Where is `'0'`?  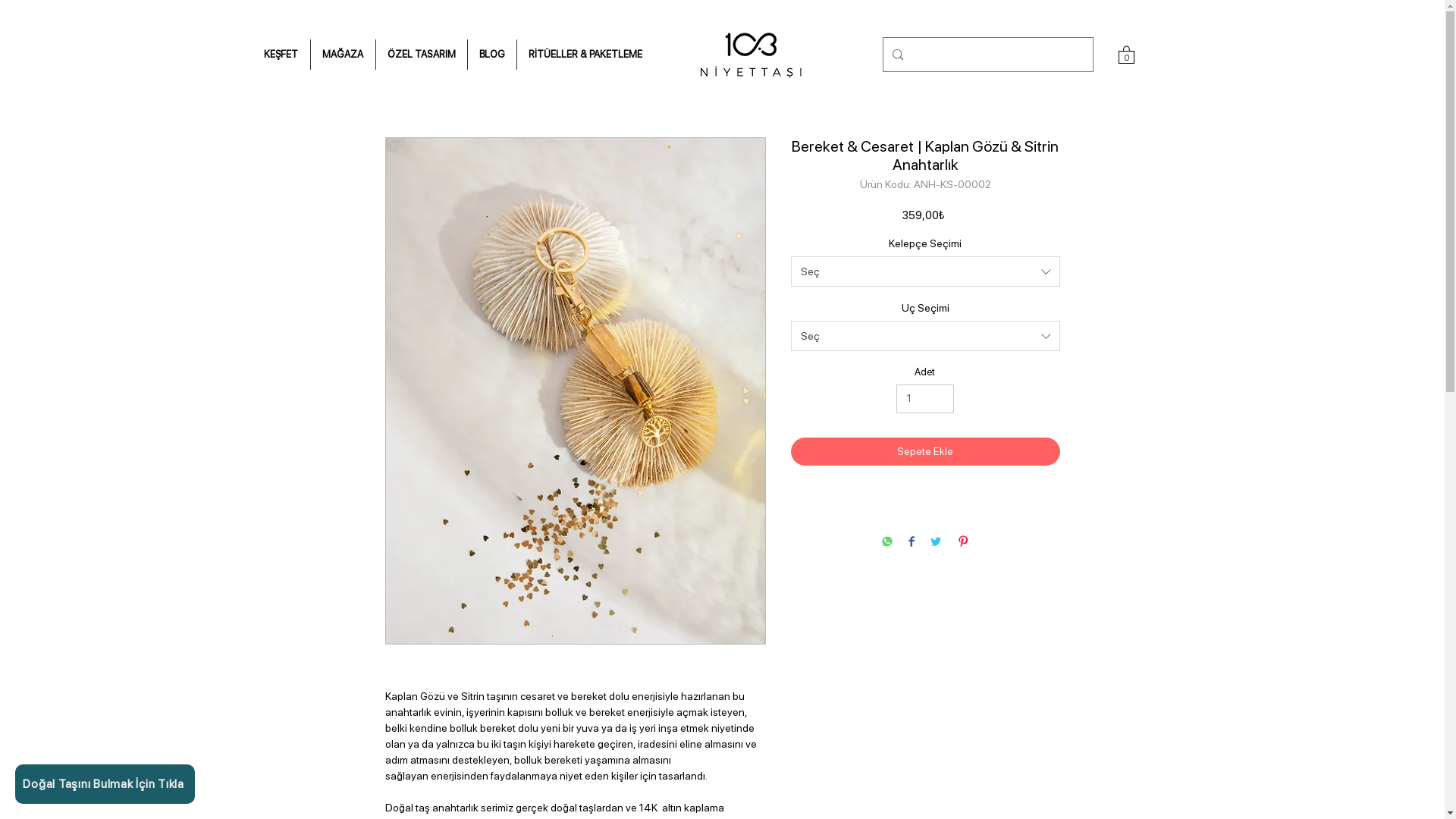
'0' is located at coordinates (1125, 53).